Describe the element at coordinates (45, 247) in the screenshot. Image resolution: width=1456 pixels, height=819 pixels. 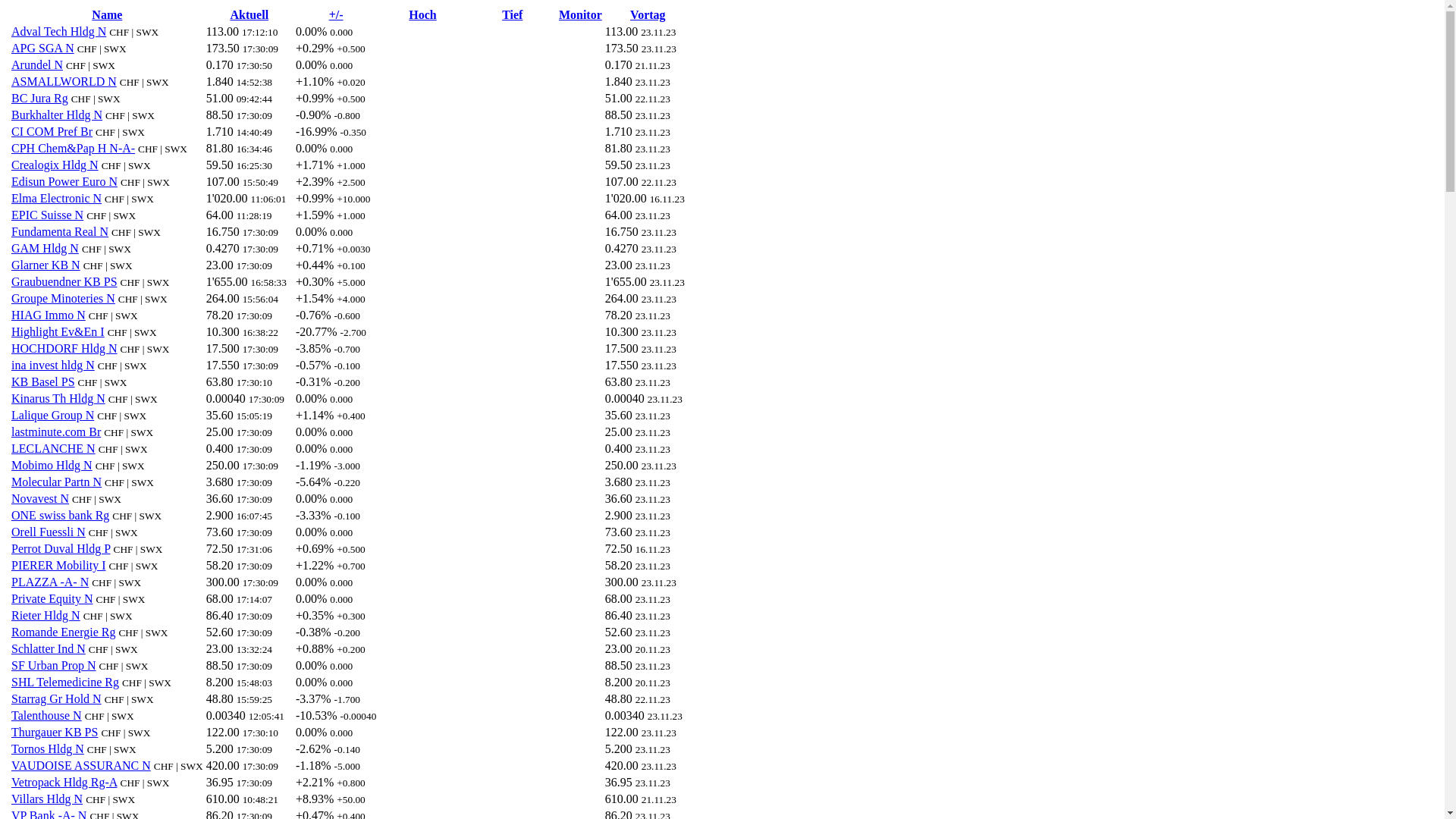
I see `'GAM Hldg N'` at that location.